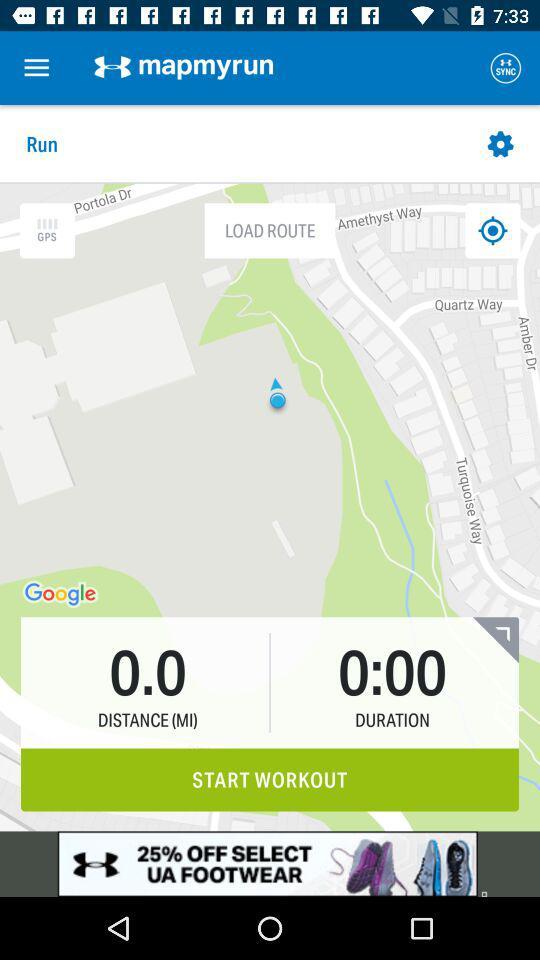 Image resolution: width=540 pixels, height=960 pixels. What do you see at coordinates (270, 863) in the screenshot?
I see `advertisement` at bounding box center [270, 863].